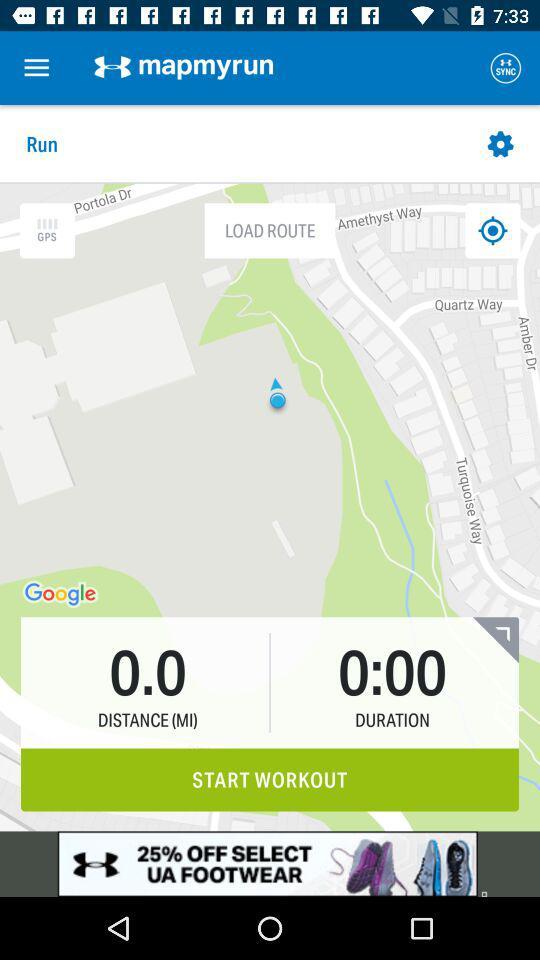 Image resolution: width=540 pixels, height=960 pixels. What do you see at coordinates (270, 863) in the screenshot?
I see `advertisement` at bounding box center [270, 863].